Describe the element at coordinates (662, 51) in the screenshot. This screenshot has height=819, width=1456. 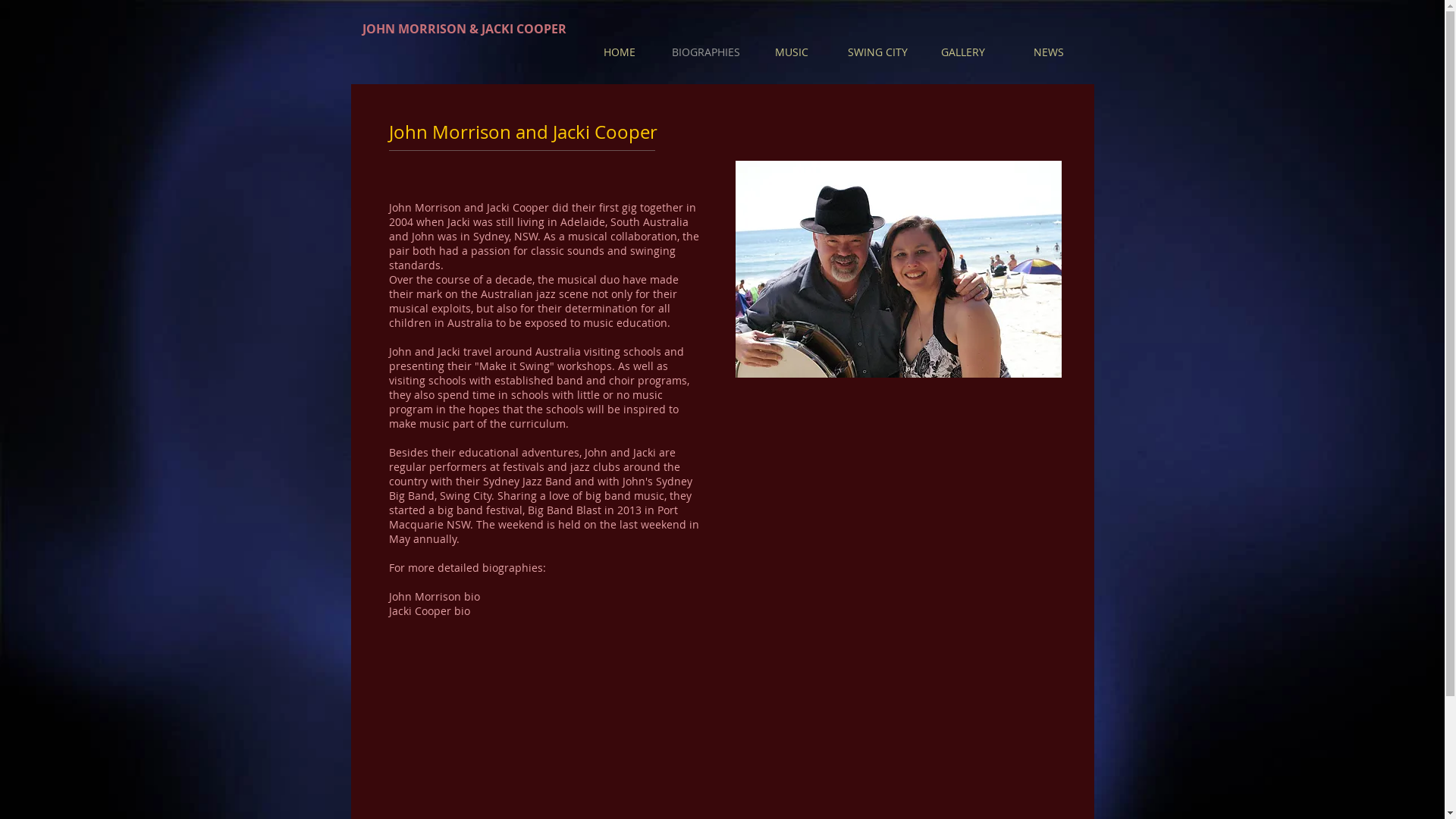
I see `'BIOGRAPHIES'` at that location.